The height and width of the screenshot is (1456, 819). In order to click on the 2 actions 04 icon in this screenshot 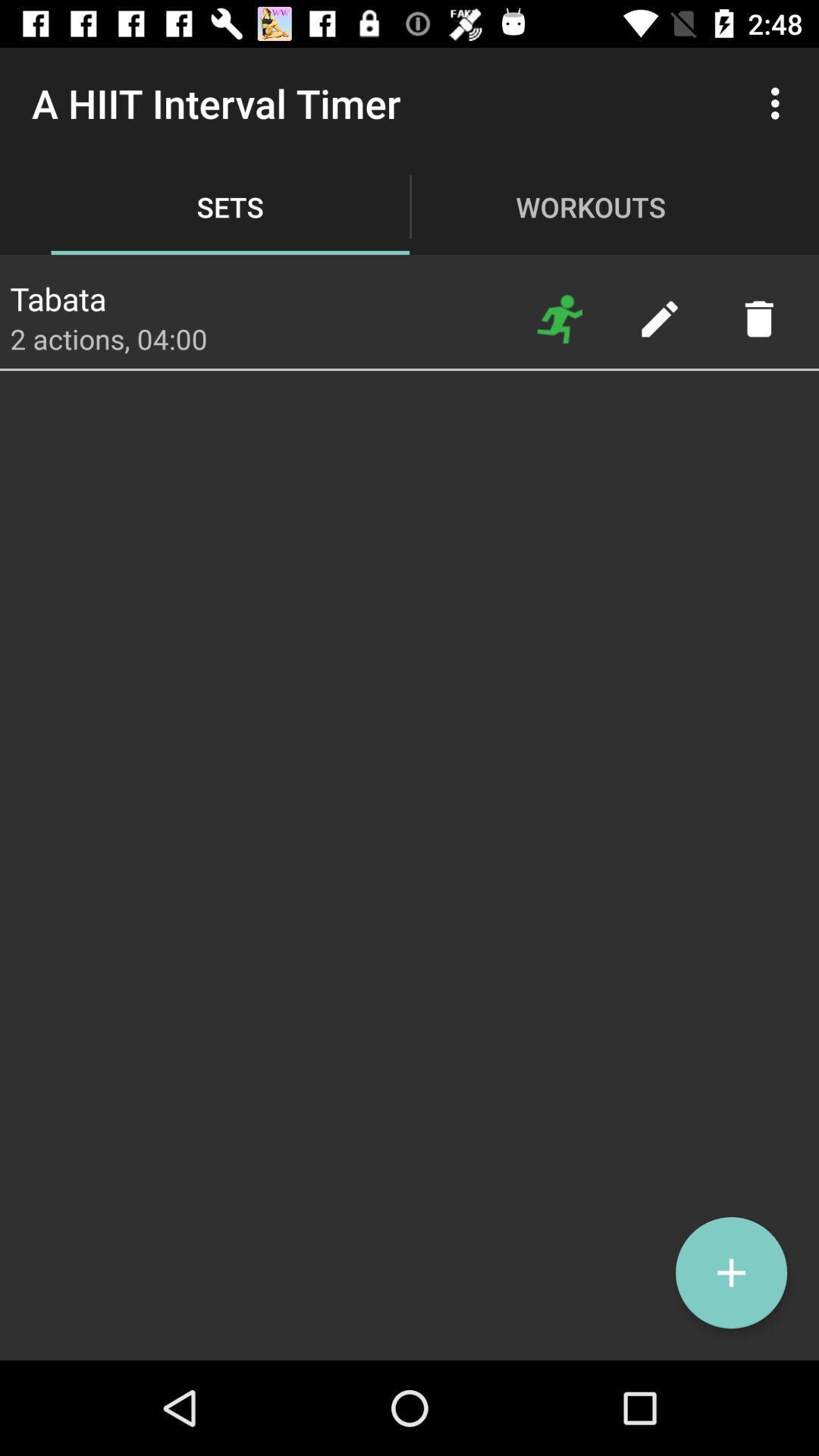, I will do `click(108, 337)`.